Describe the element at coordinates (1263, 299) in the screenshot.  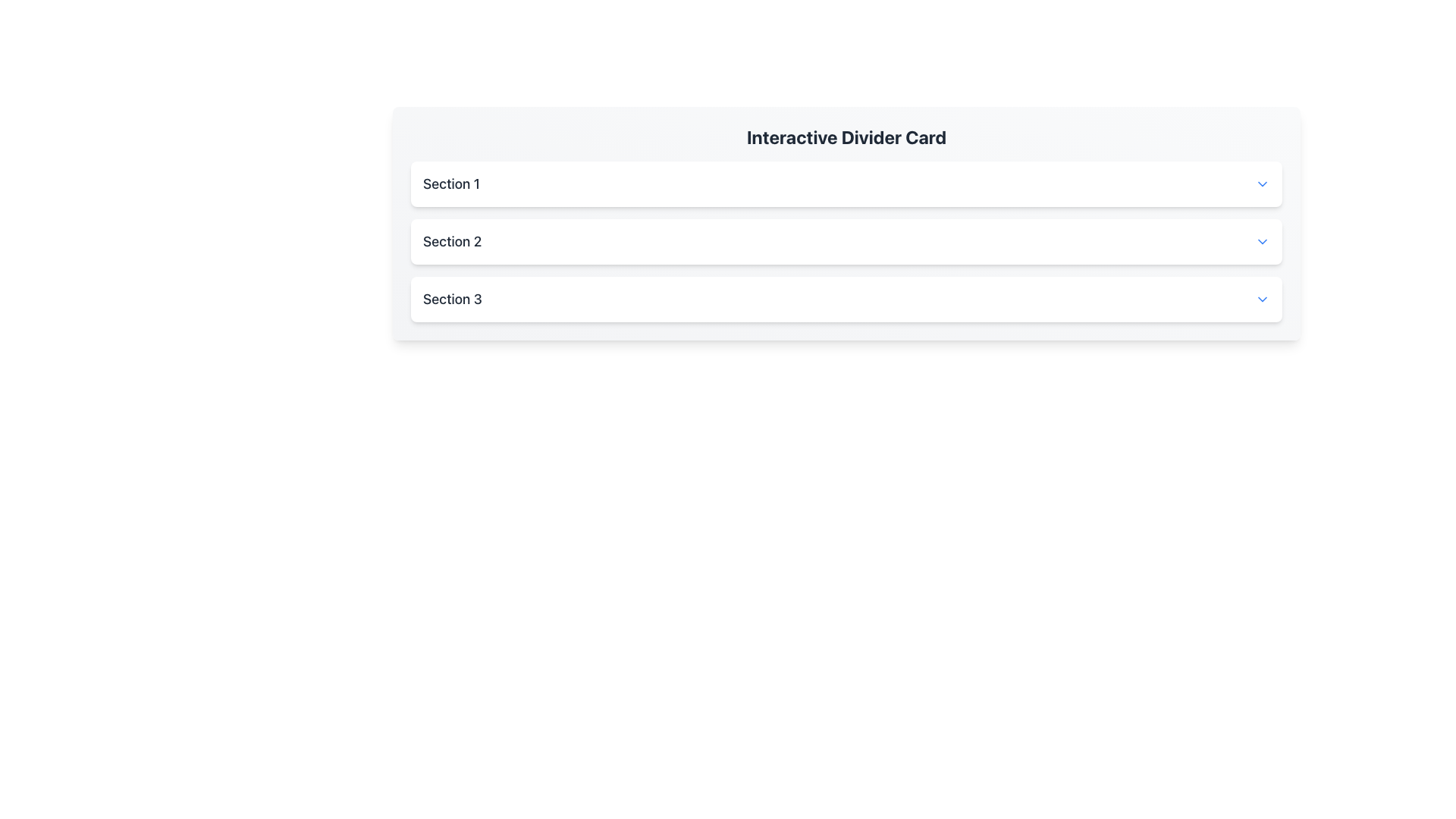
I see `the toggle icon at the far-right end of the 'Section 3' row to possibly reveal additional information` at that location.